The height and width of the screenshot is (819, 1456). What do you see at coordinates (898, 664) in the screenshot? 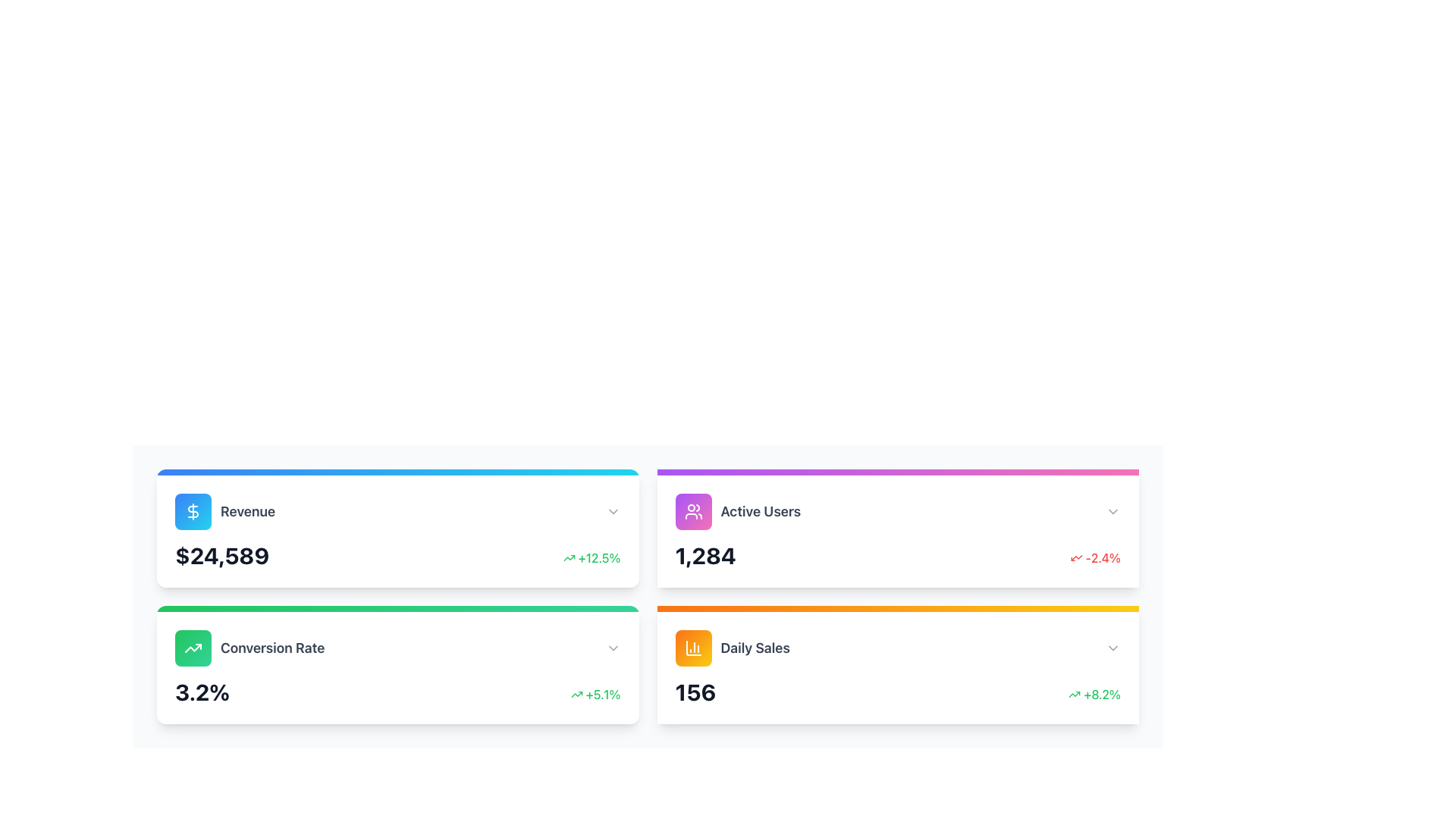
I see `the sales and percentage change displayed on the informational summary card, which is the second card in the bottom row of the grid layout` at bounding box center [898, 664].